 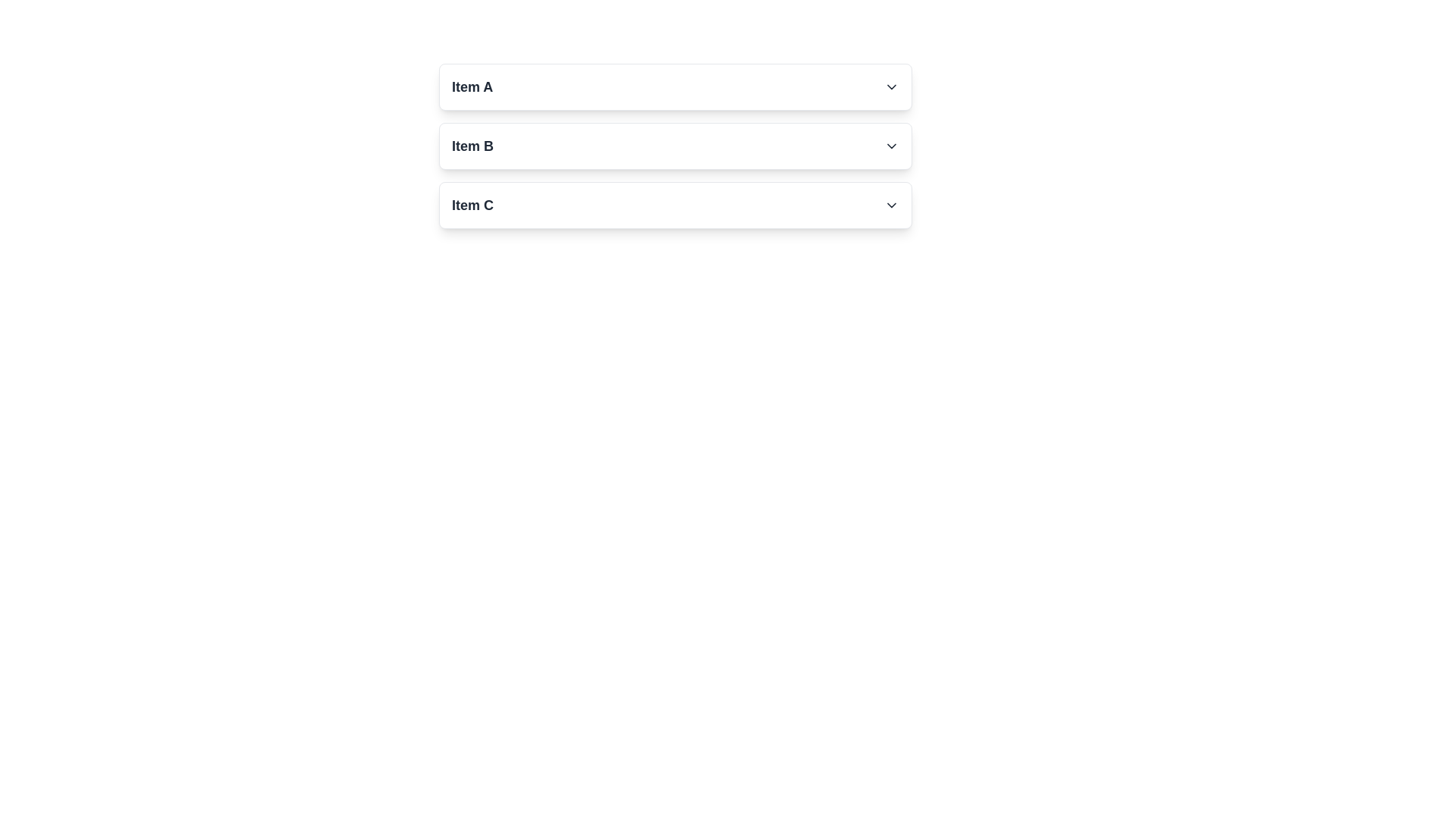 I want to click on the downward-facing chevron icon located to the far right of the 'Item C' menu header, so click(x=892, y=205).